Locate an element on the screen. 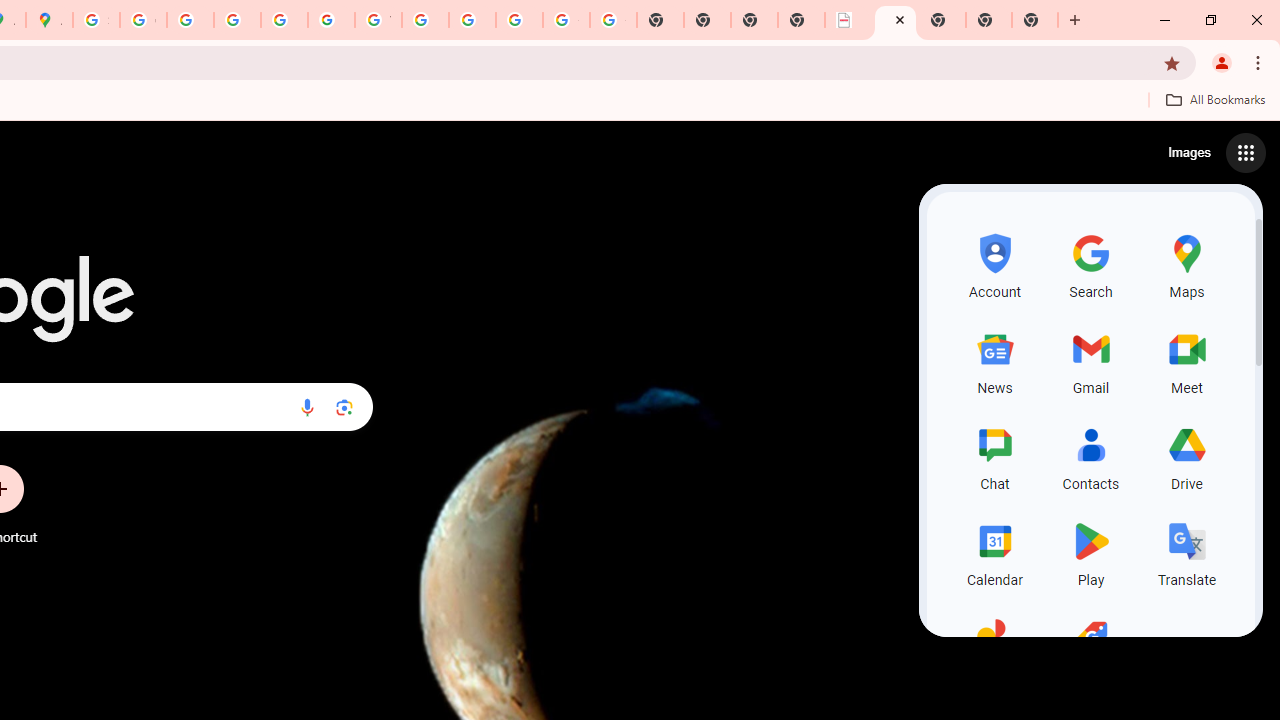  'LAAD Defence & Security 2025 | BAE Systems' is located at coordinates (848, 20).